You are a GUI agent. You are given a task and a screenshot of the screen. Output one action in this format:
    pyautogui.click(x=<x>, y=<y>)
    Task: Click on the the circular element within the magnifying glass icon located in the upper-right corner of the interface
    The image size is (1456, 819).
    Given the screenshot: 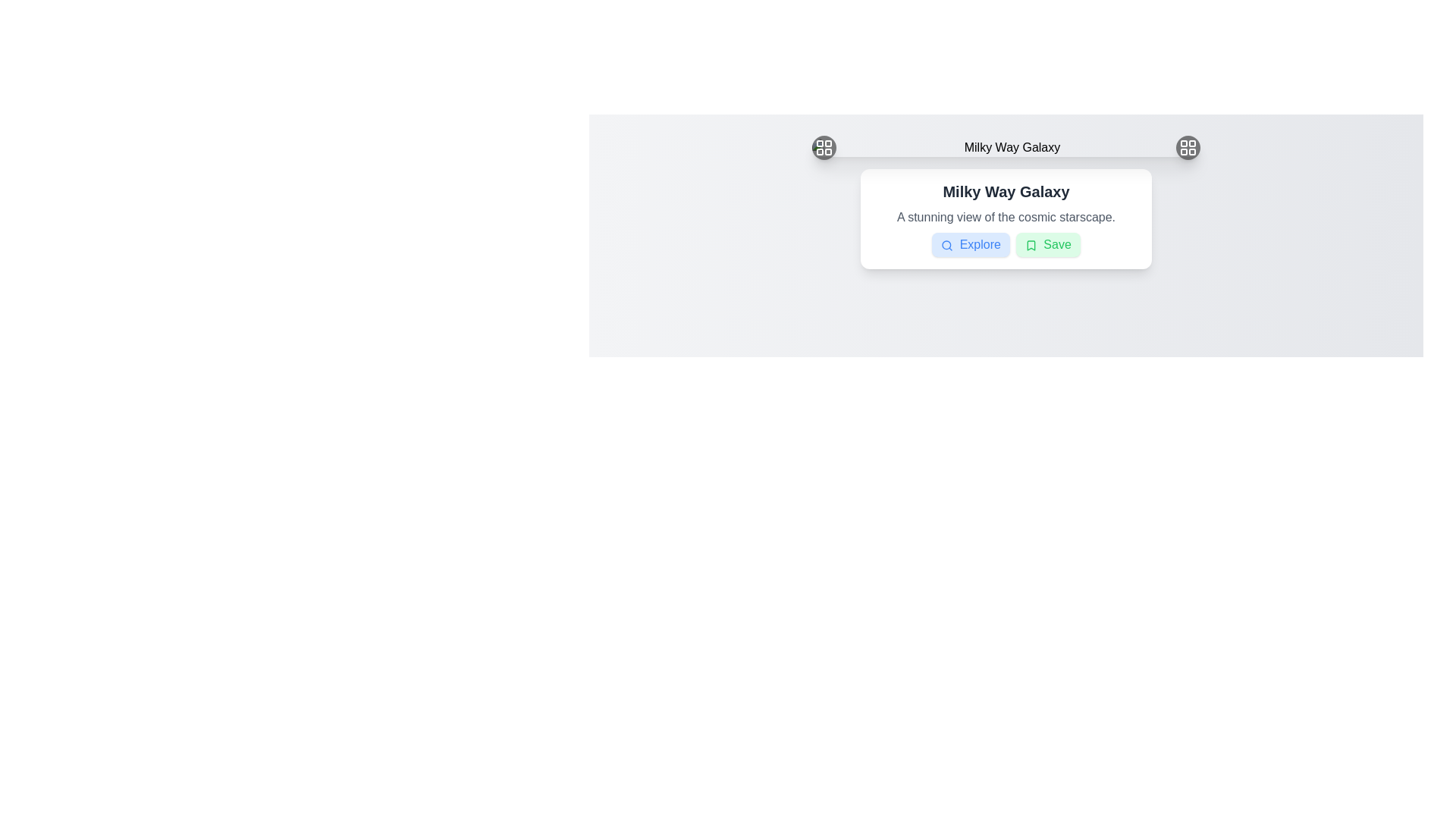 What is the action you would take?
    pyautogui.click(x=946, y=244)
    